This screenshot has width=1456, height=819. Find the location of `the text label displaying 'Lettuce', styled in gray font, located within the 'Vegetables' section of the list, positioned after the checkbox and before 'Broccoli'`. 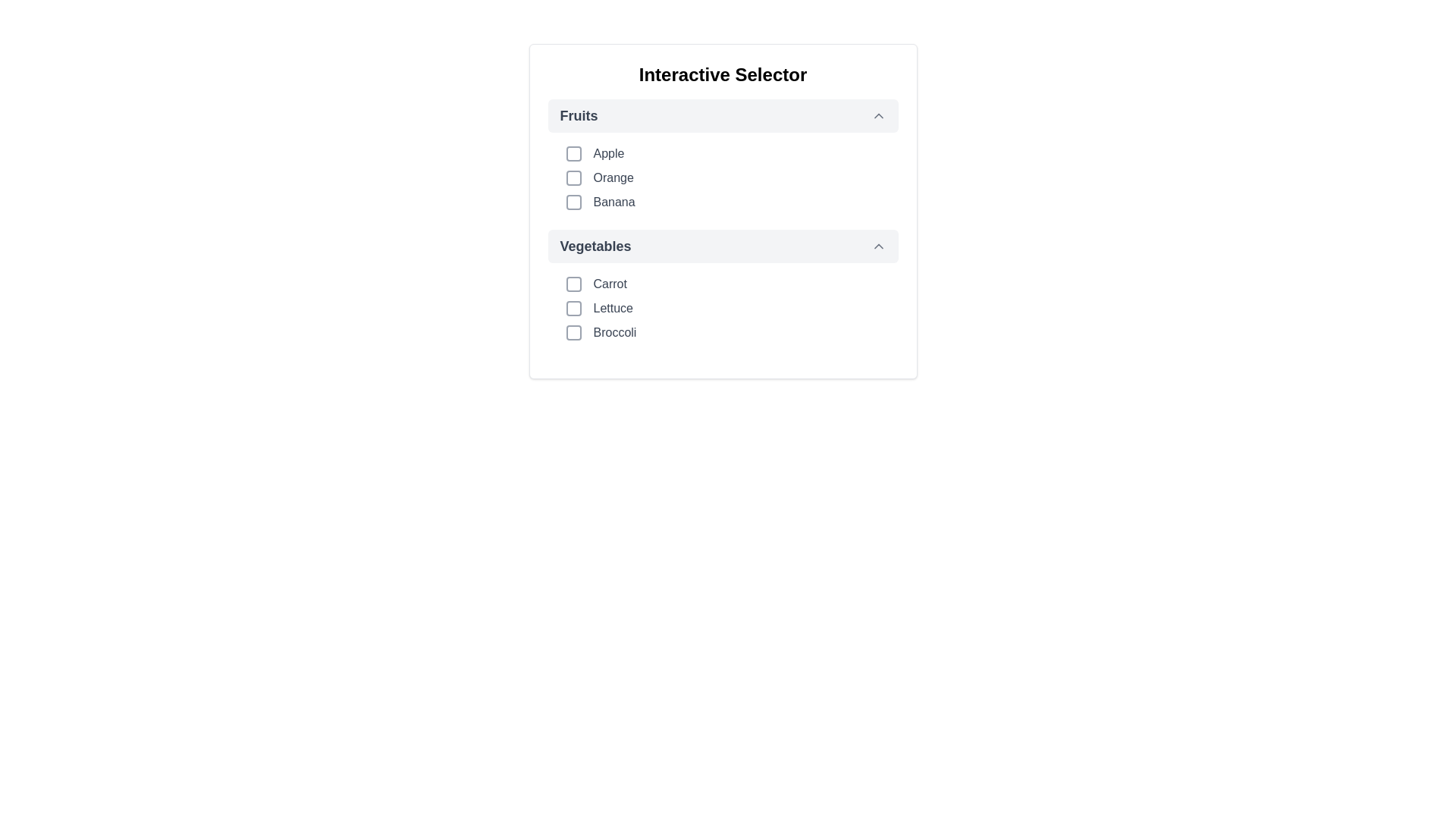

the text label displaying 'Lettuce', styled in gray font, located within the 'Vegetables' section of the list, positioned after the checkbox and before 'Broccoli' is located at coordinates (613, 308).